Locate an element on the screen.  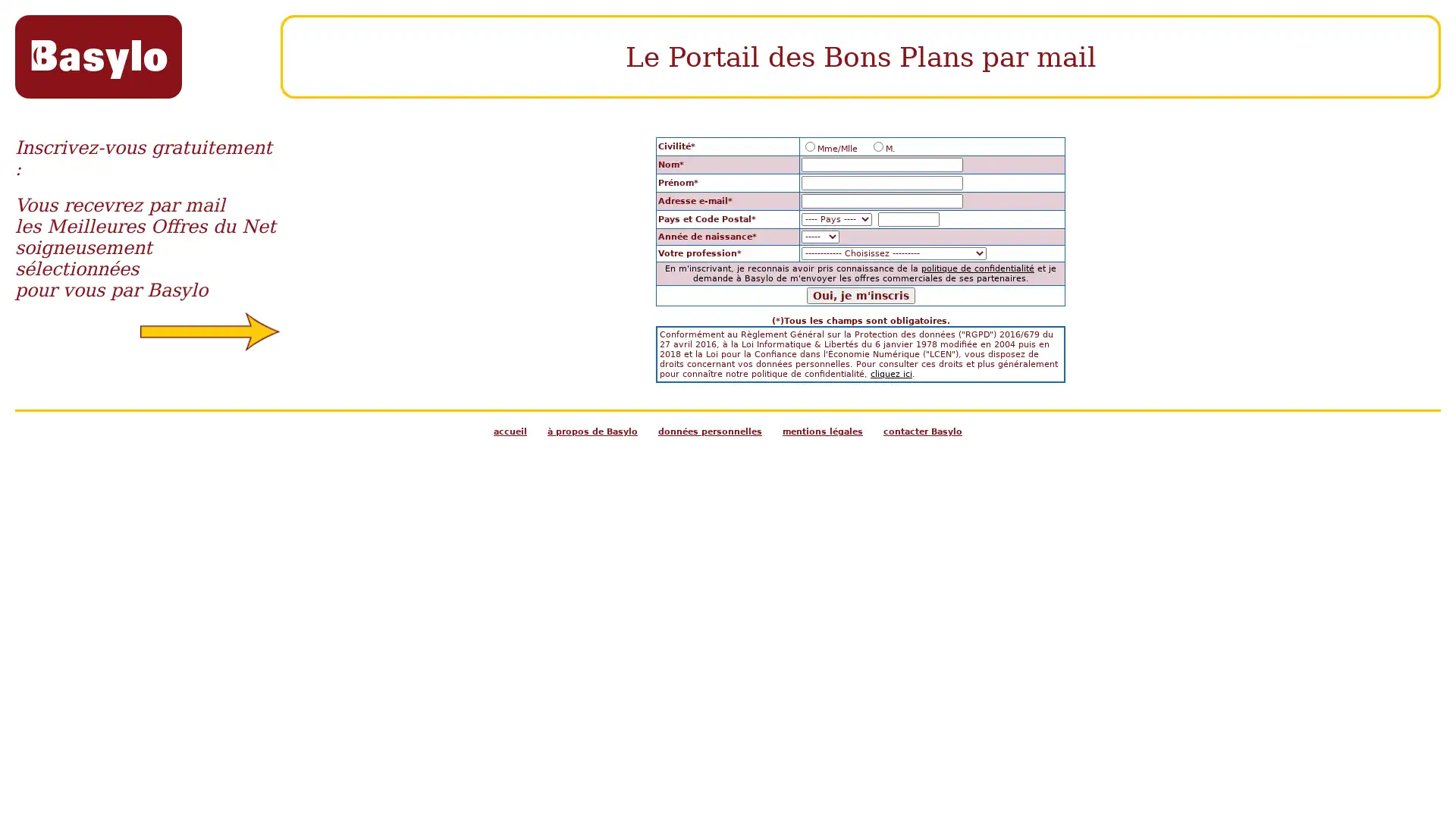
Oui, je m'inscris is located at coordinates (860, 295).